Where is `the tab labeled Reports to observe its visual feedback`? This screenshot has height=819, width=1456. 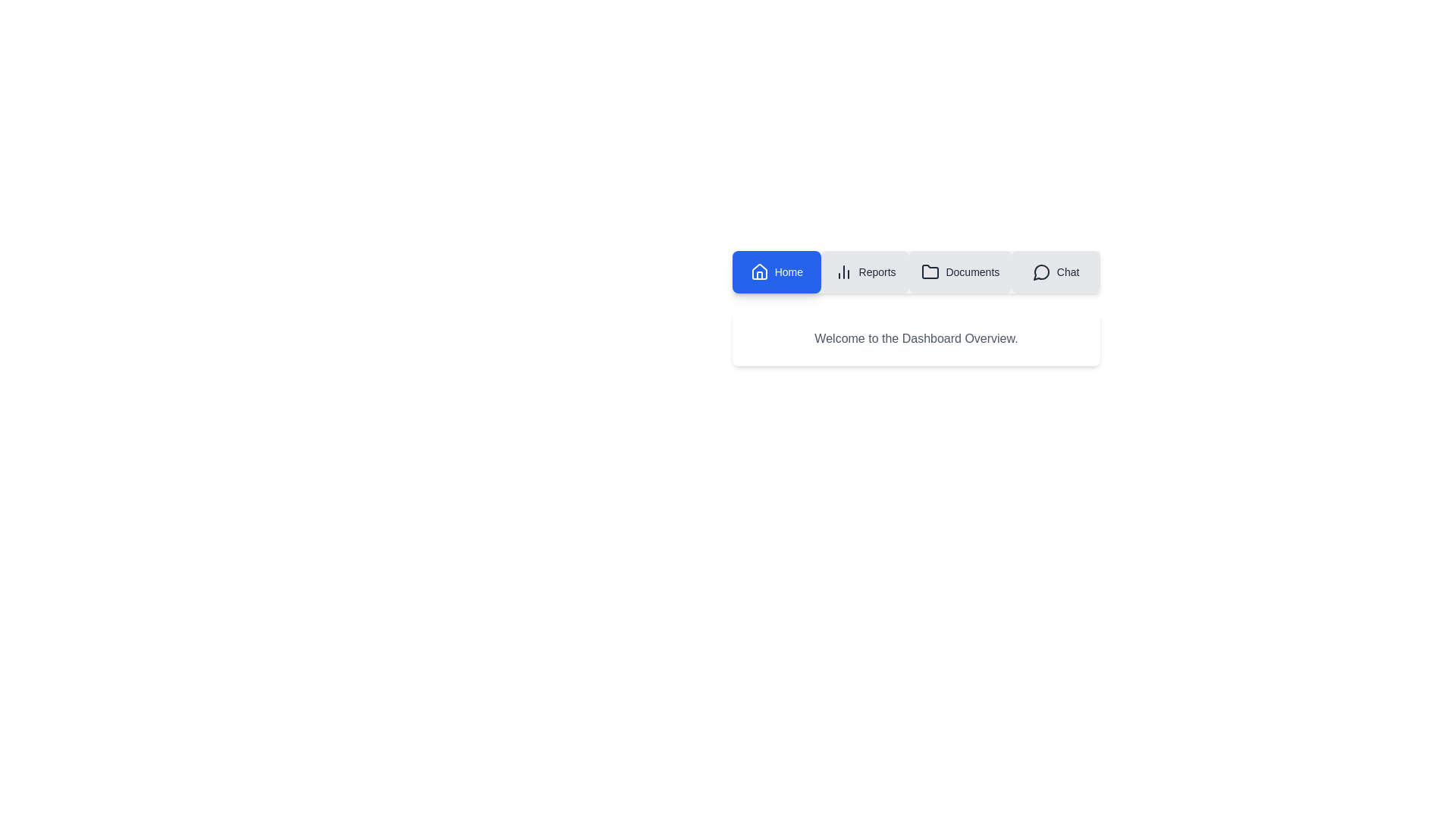
the tab labeled Reports to observe its visual feedback is located at coordinates (865, 271).